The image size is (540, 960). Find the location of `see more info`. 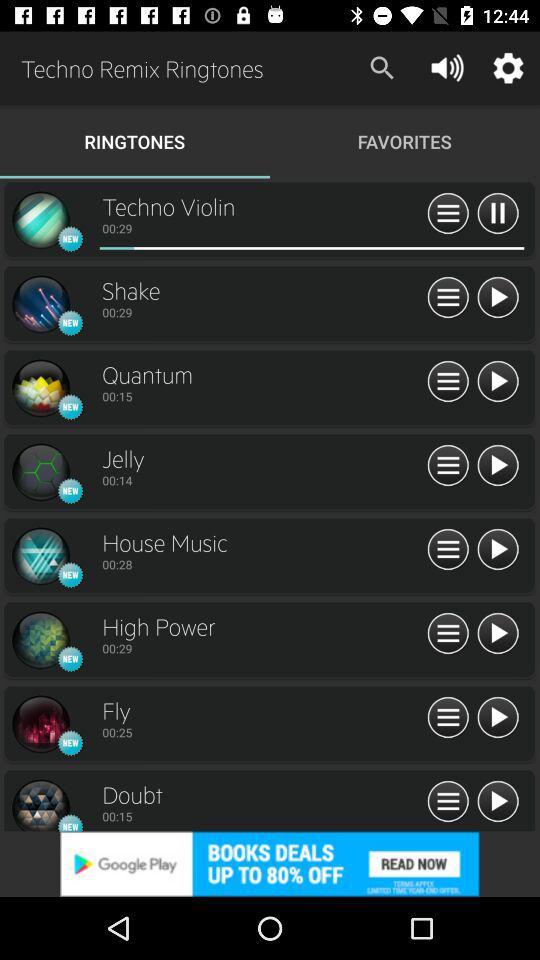

see more info is located at coordinates (448, 550).